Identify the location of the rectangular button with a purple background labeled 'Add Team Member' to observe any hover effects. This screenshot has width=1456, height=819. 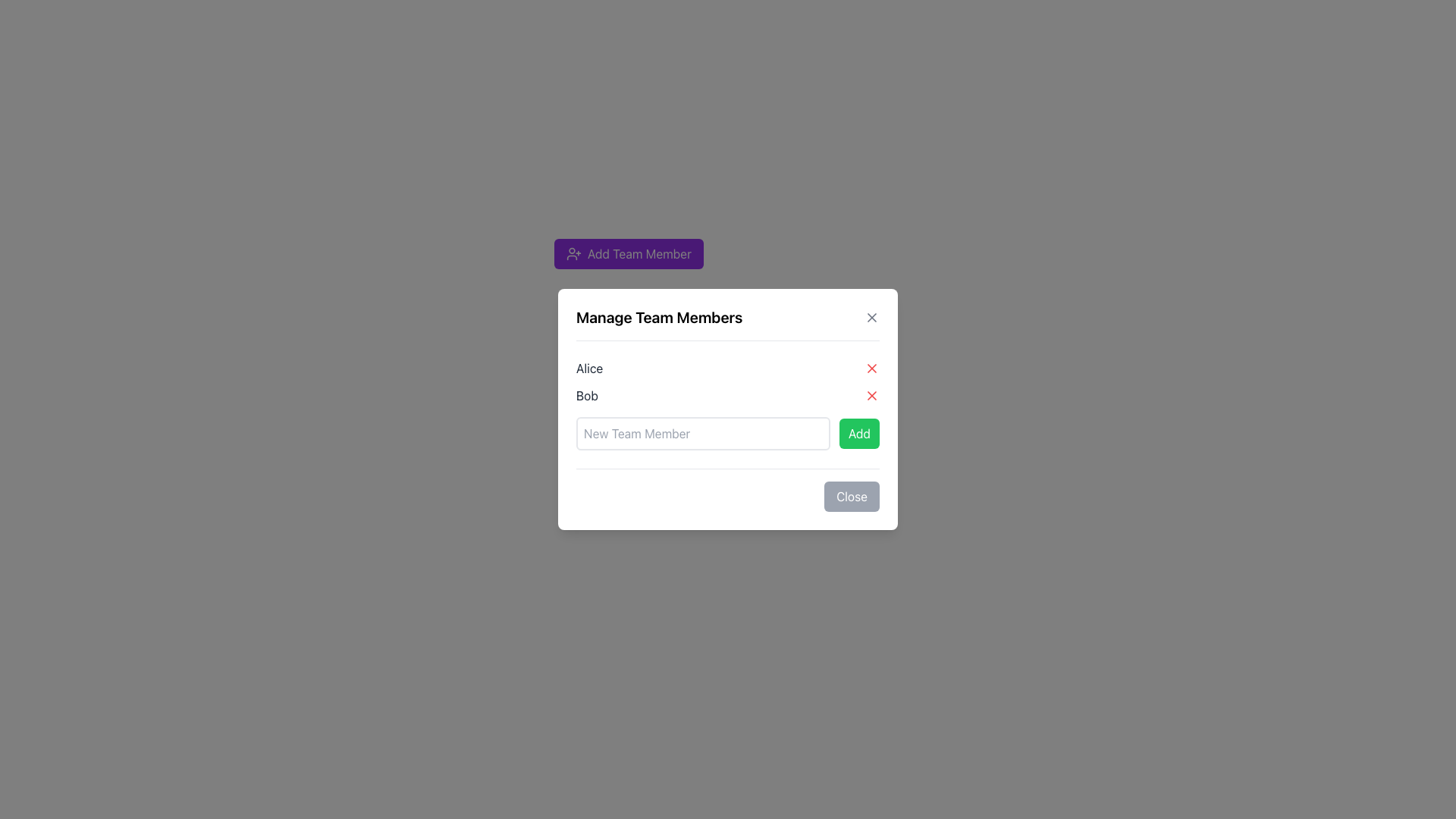
(629, 253).